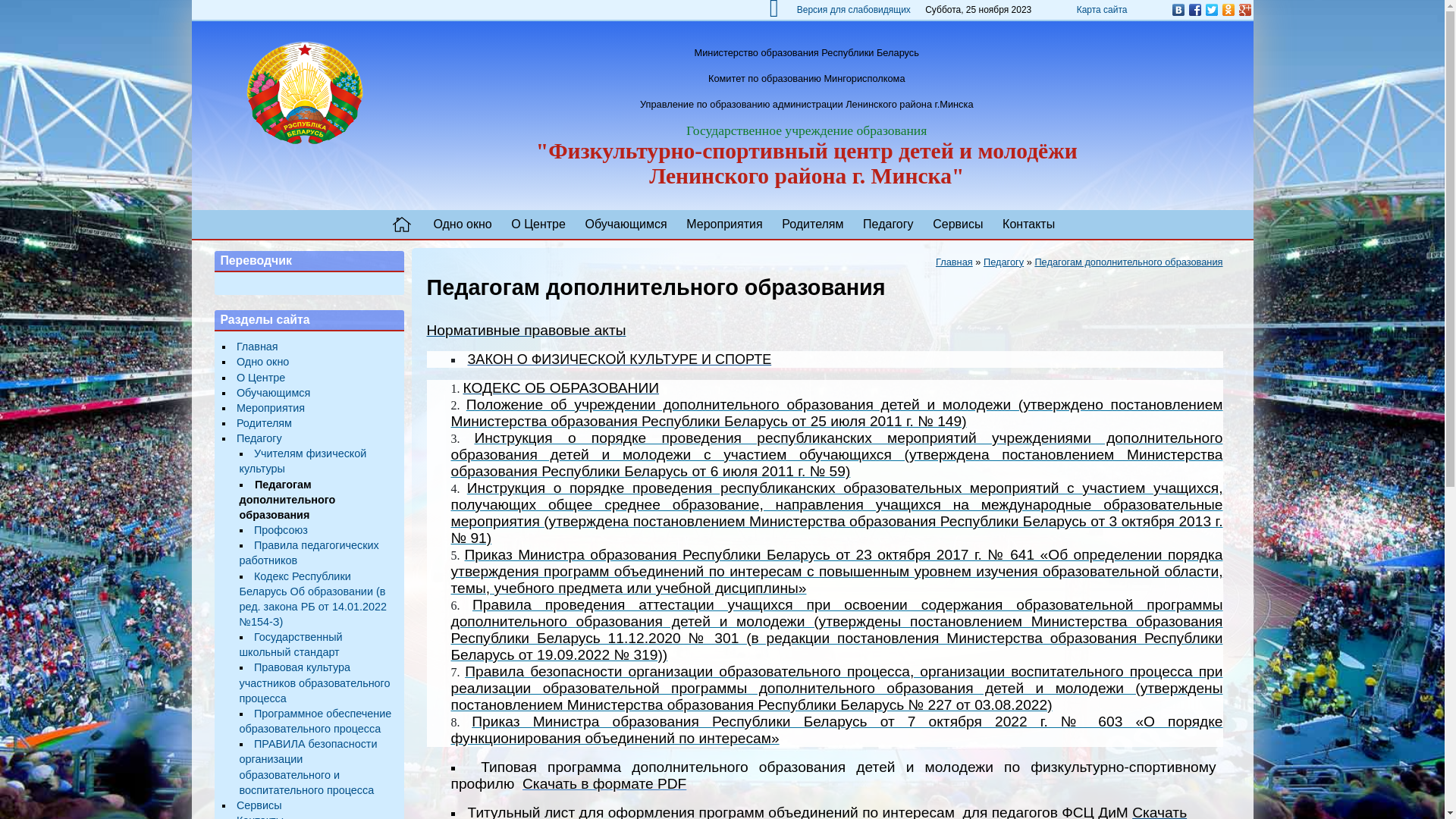 The image size is (1456, 819). What do you see at coordinates (1236, 9) in the screenshot?
I see `'Google Plus'` at bounding box center [1236, 9].